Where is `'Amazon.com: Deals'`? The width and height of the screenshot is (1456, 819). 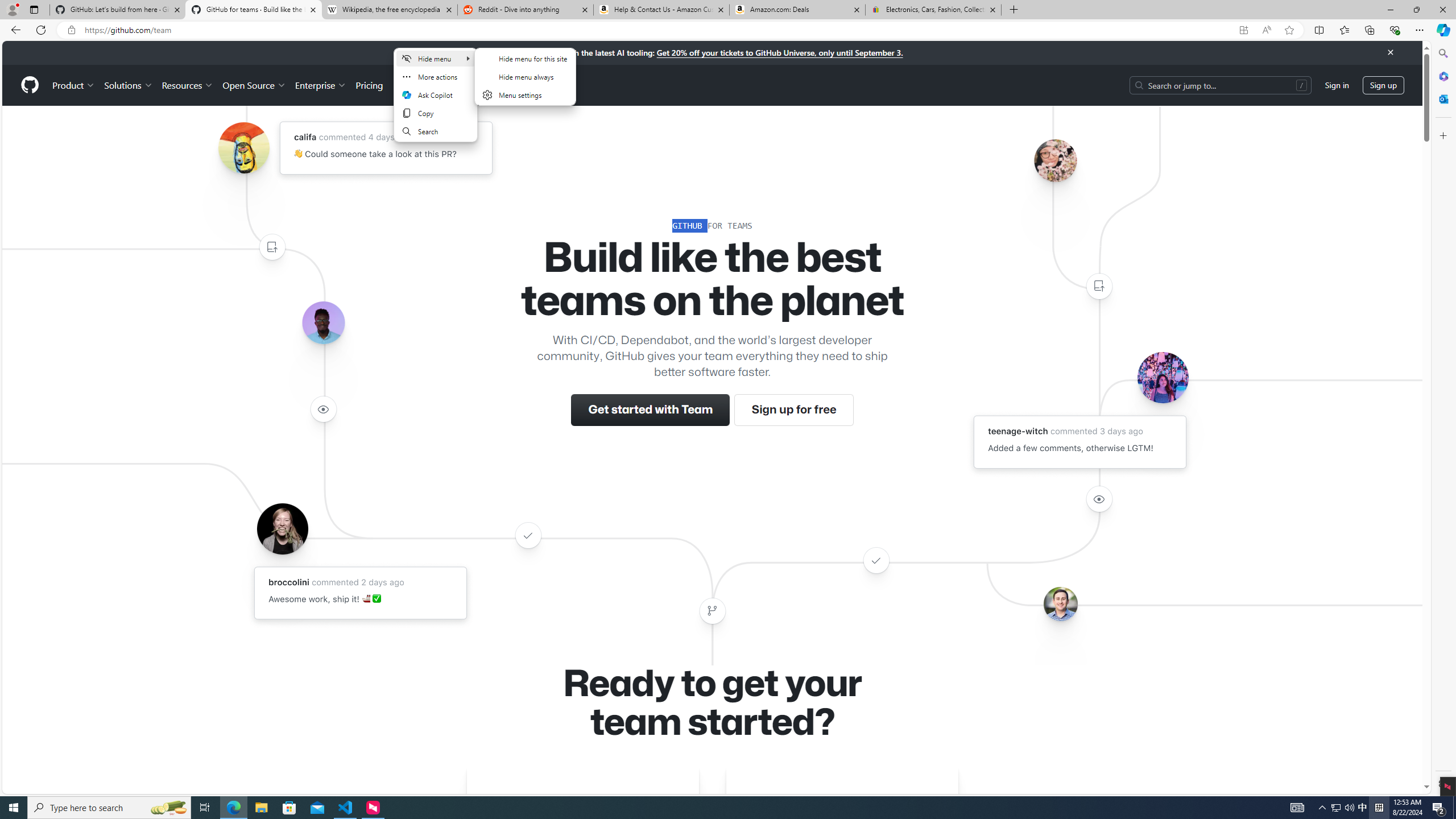 'Amazon.com: Deals' is located at coordinates (797, 9).